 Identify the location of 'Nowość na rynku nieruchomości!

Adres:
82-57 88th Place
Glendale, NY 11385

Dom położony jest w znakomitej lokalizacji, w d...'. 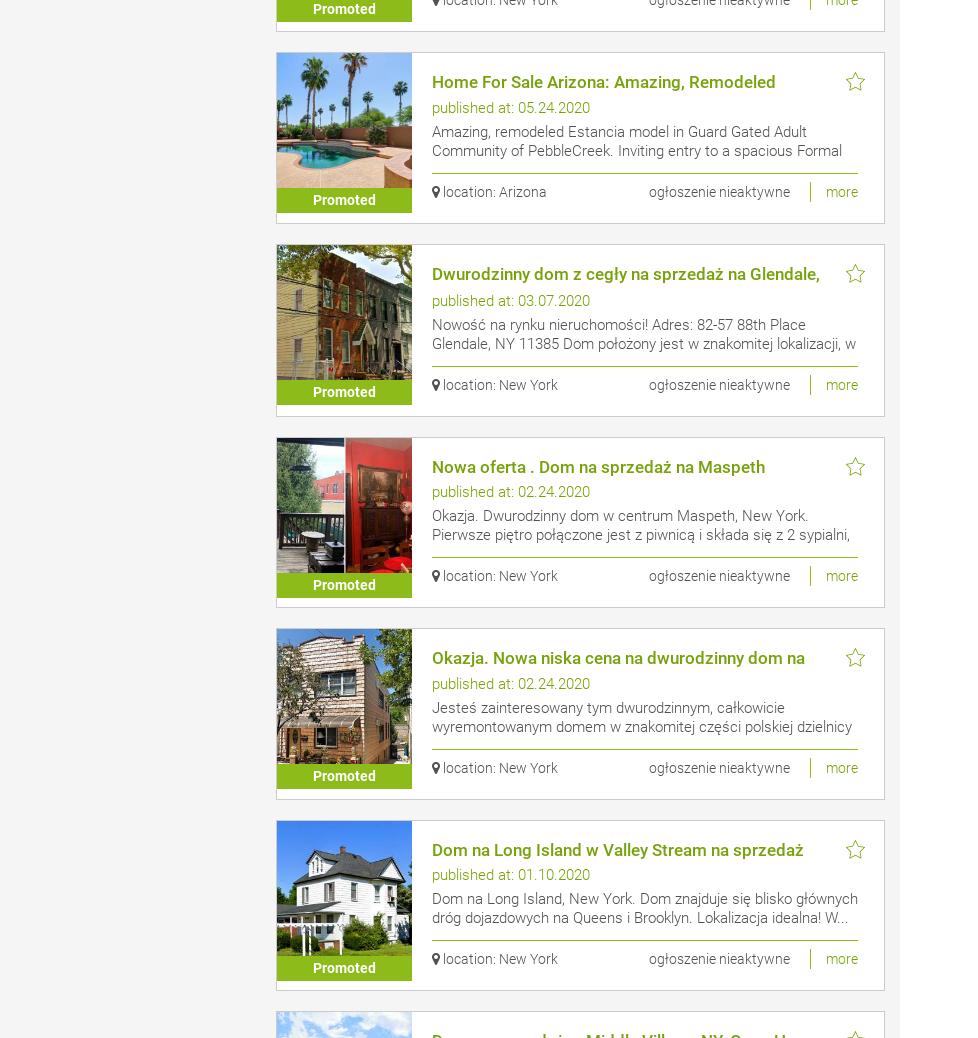
(643, 342).